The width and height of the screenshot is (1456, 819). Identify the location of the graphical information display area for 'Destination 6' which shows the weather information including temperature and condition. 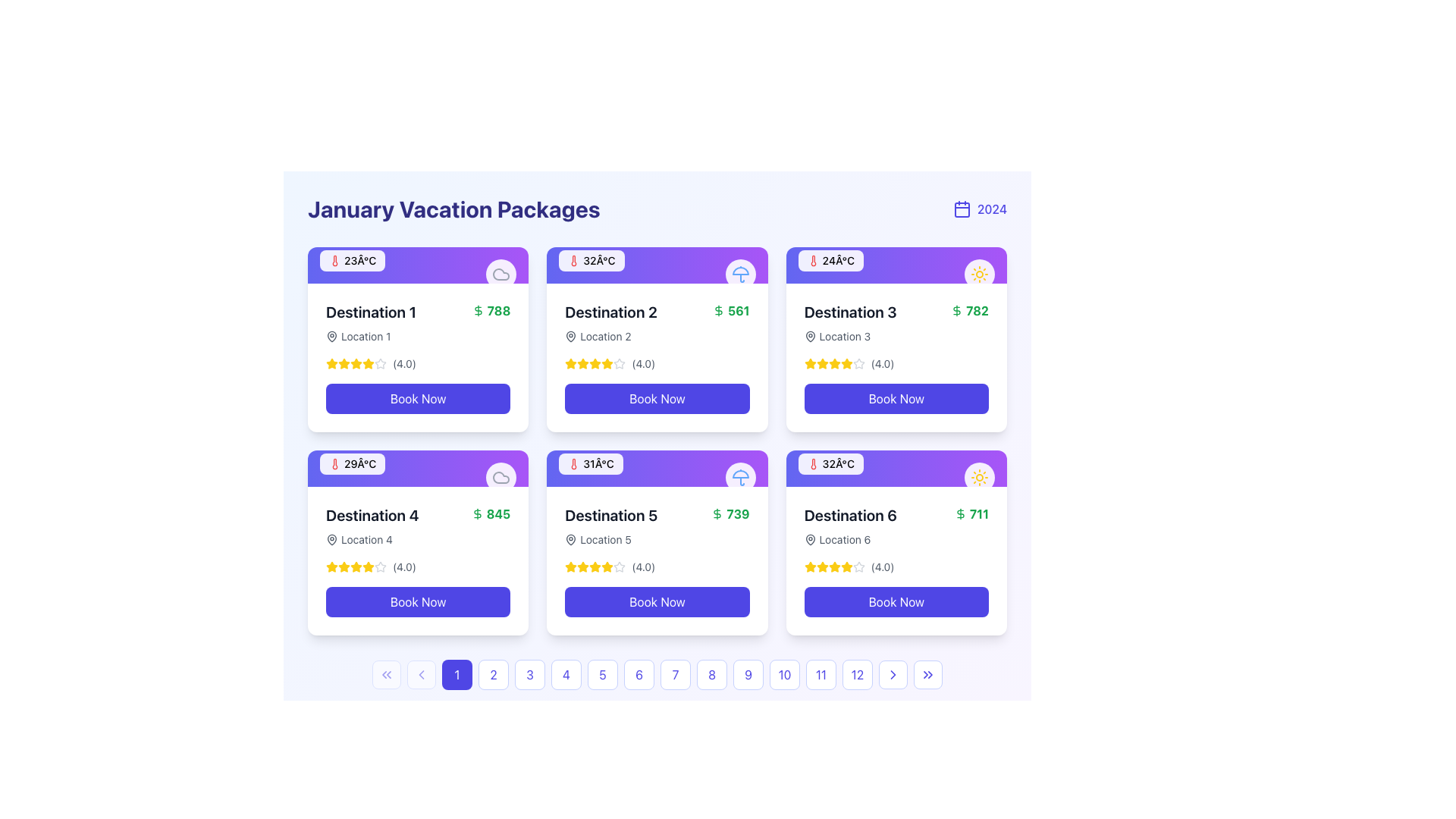
(896, 467).